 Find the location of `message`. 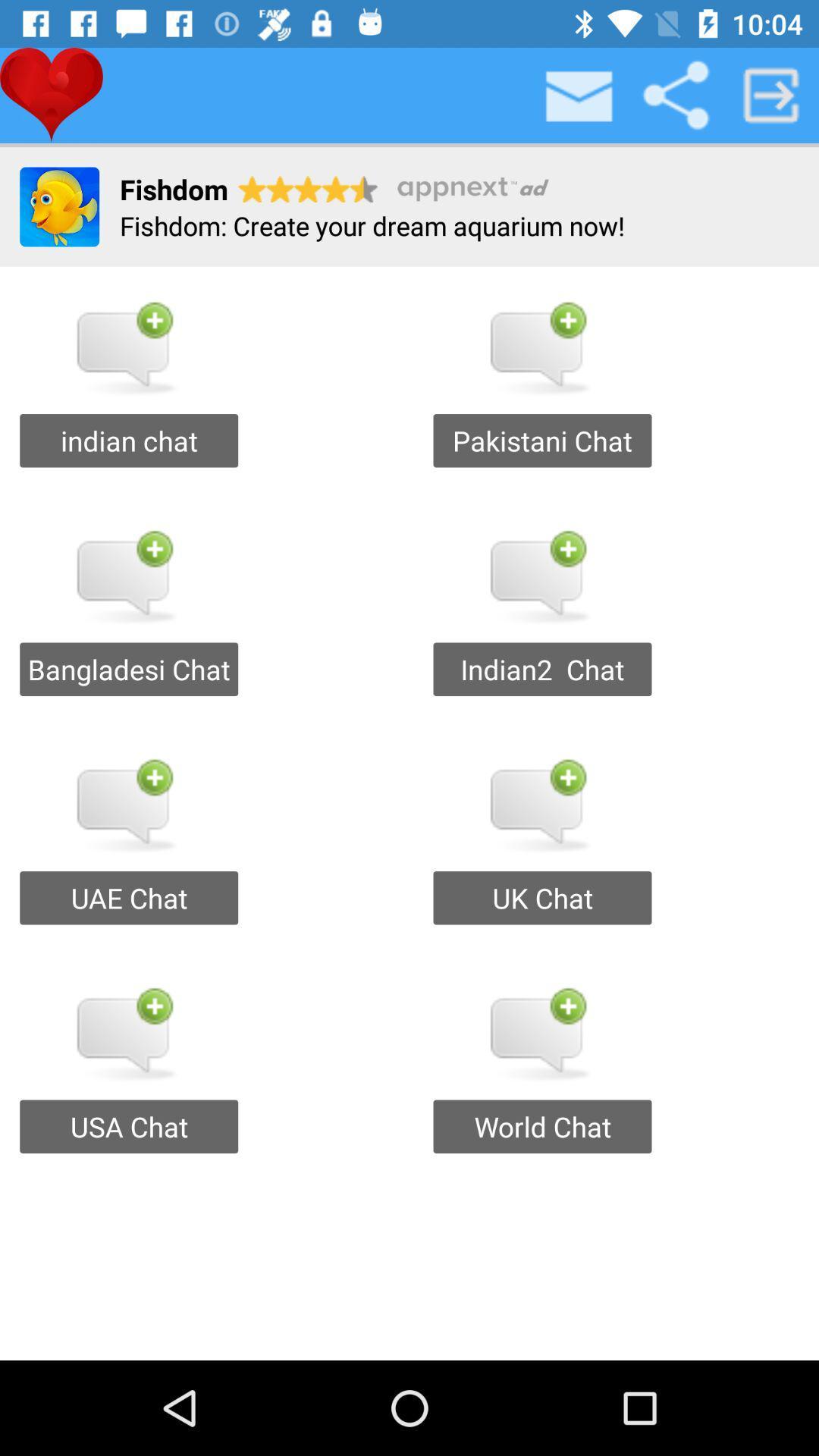

message is located at coordinates (579, 94).